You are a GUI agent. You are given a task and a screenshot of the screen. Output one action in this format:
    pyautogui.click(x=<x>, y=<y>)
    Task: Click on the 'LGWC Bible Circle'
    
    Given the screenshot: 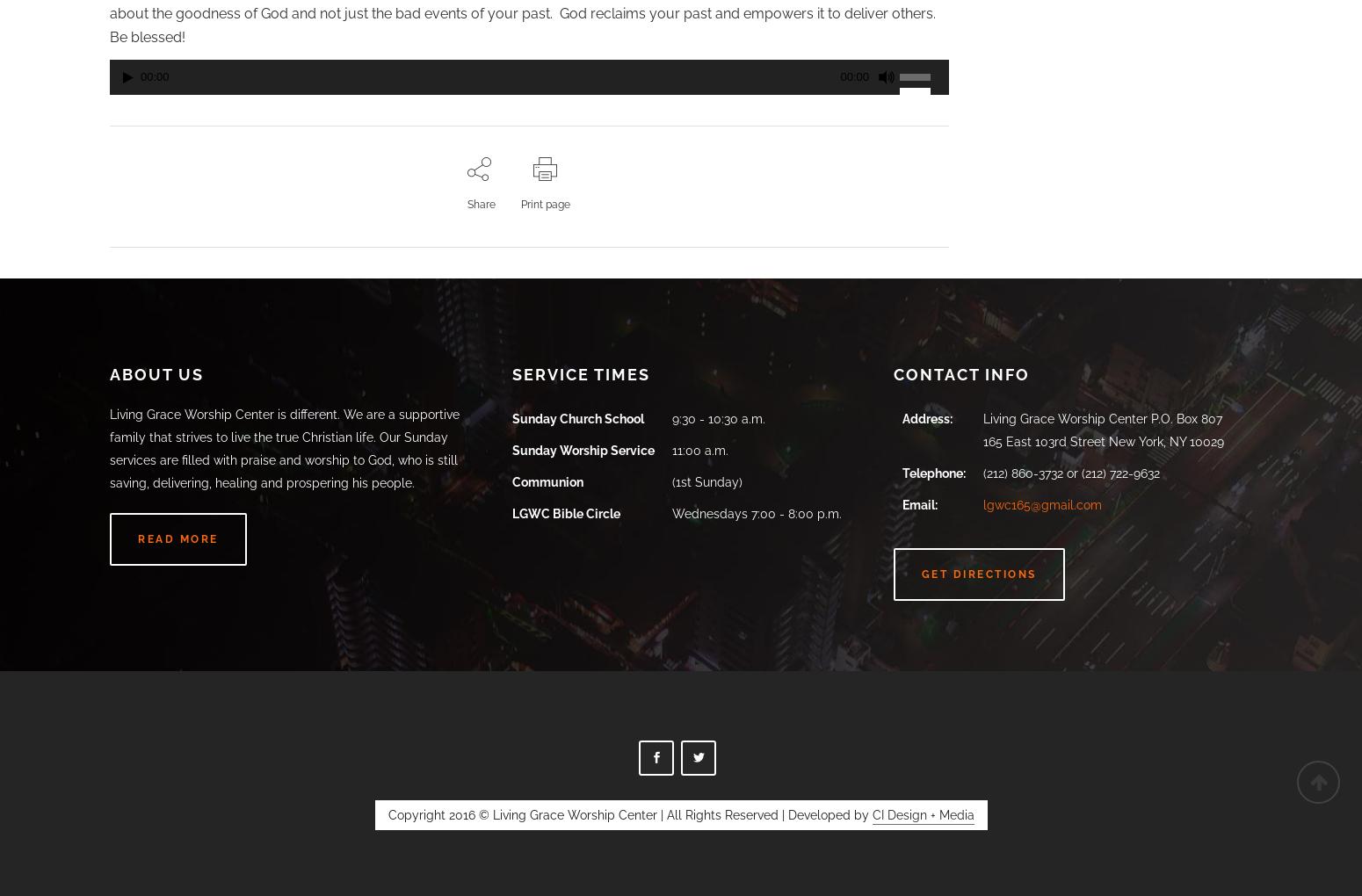 What is the action you would take?
    pyautogui.click(x=511, y=513)
    